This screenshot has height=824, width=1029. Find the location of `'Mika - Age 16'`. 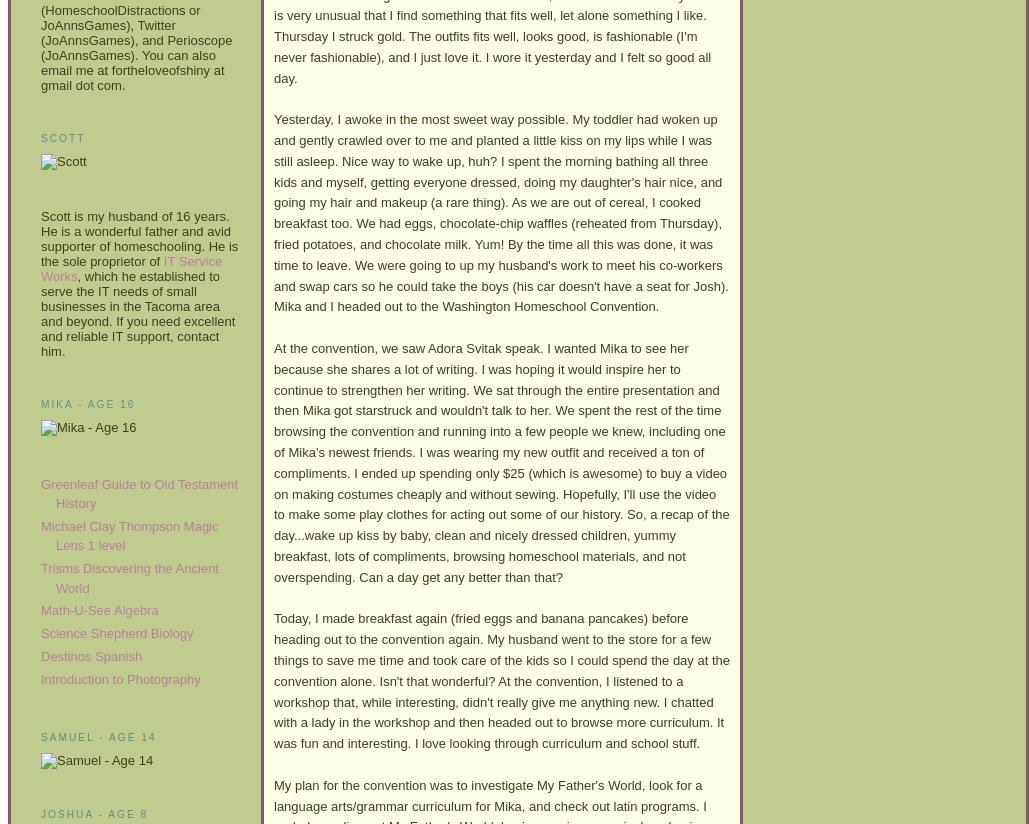

'Mika - Age 16' is located at coordinates (40, 403).